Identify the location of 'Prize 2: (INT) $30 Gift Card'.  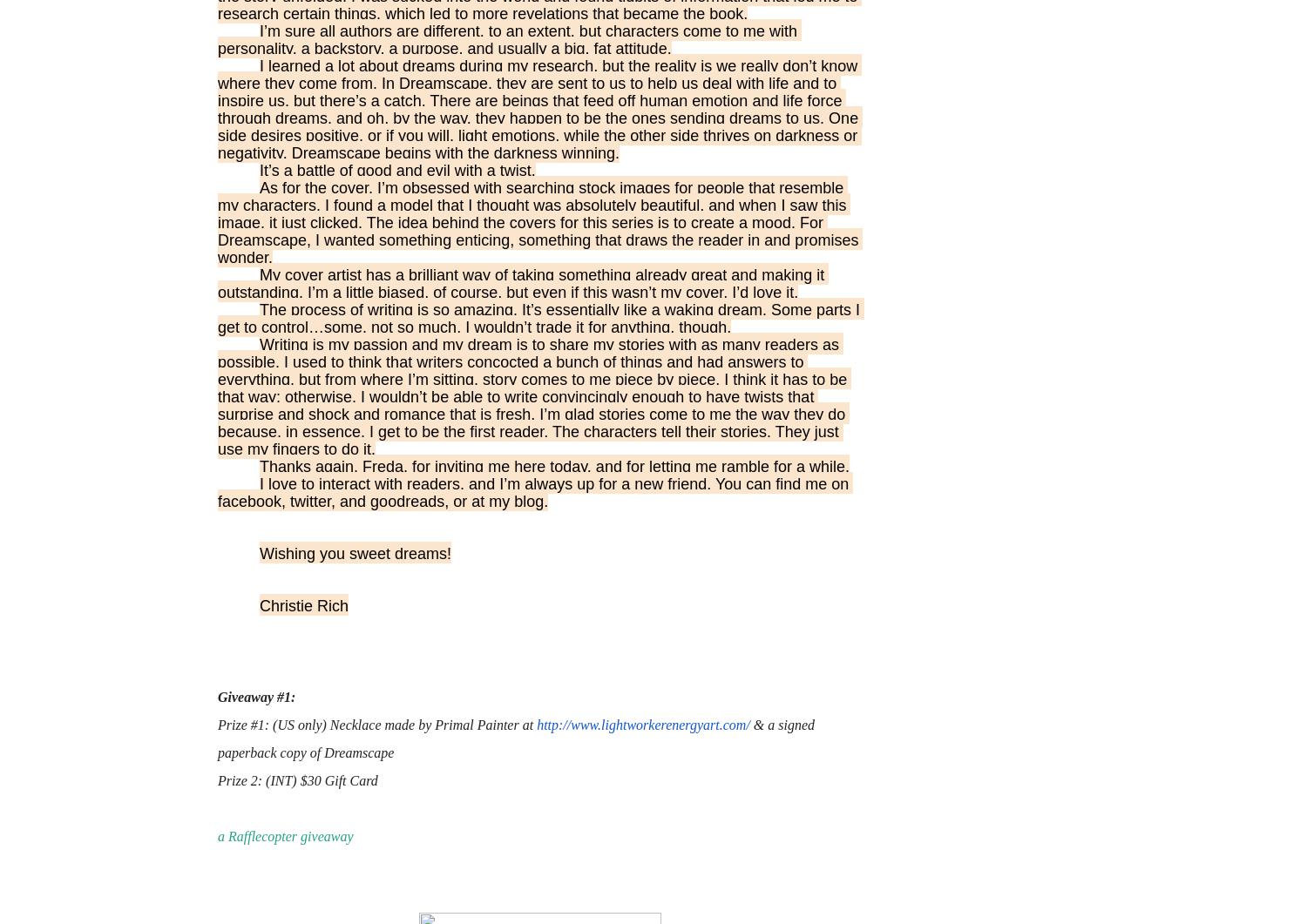
(296, 779).